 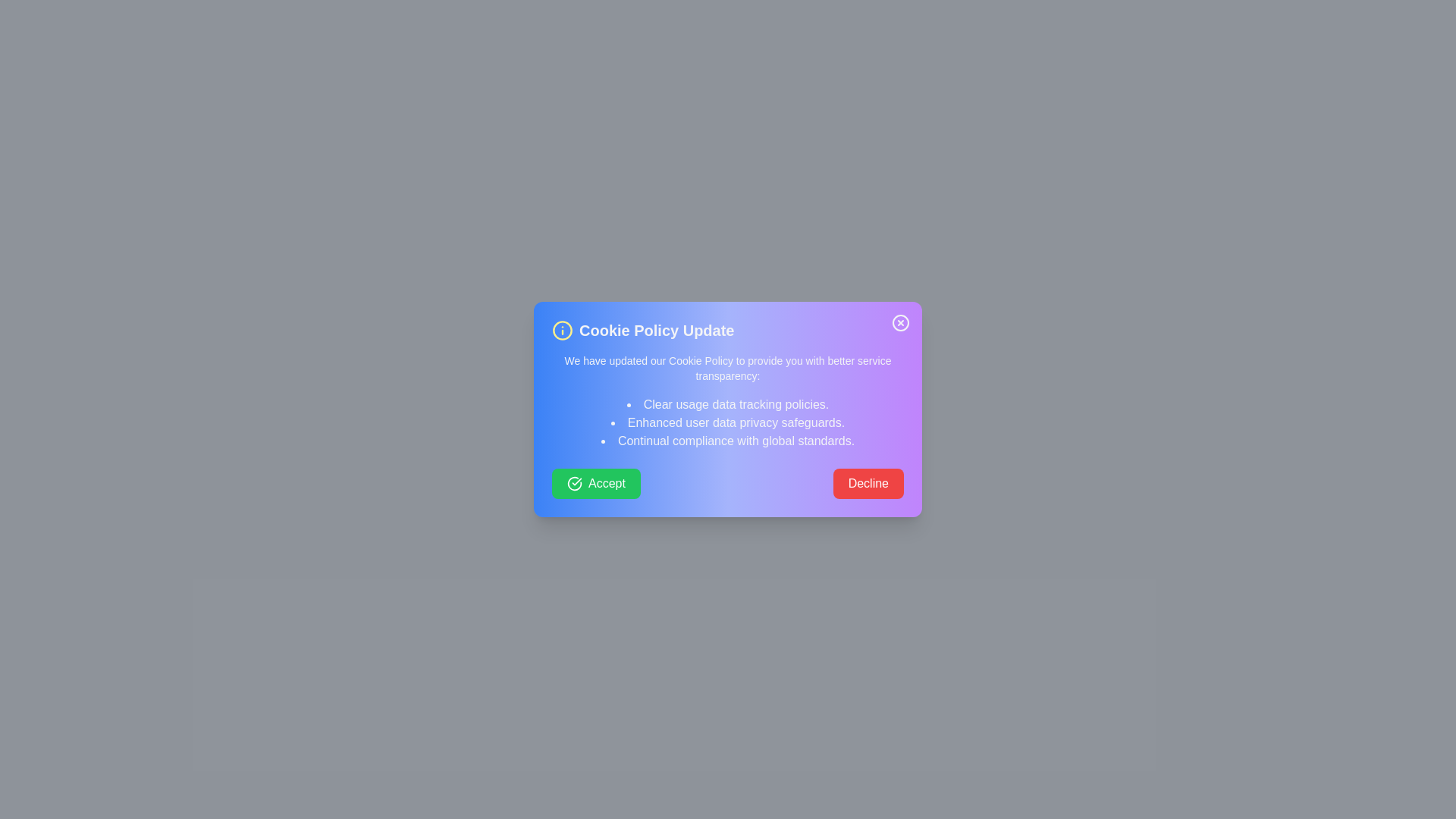 I want to click on the close button to hide the dialog, so click(x=901, y=322).